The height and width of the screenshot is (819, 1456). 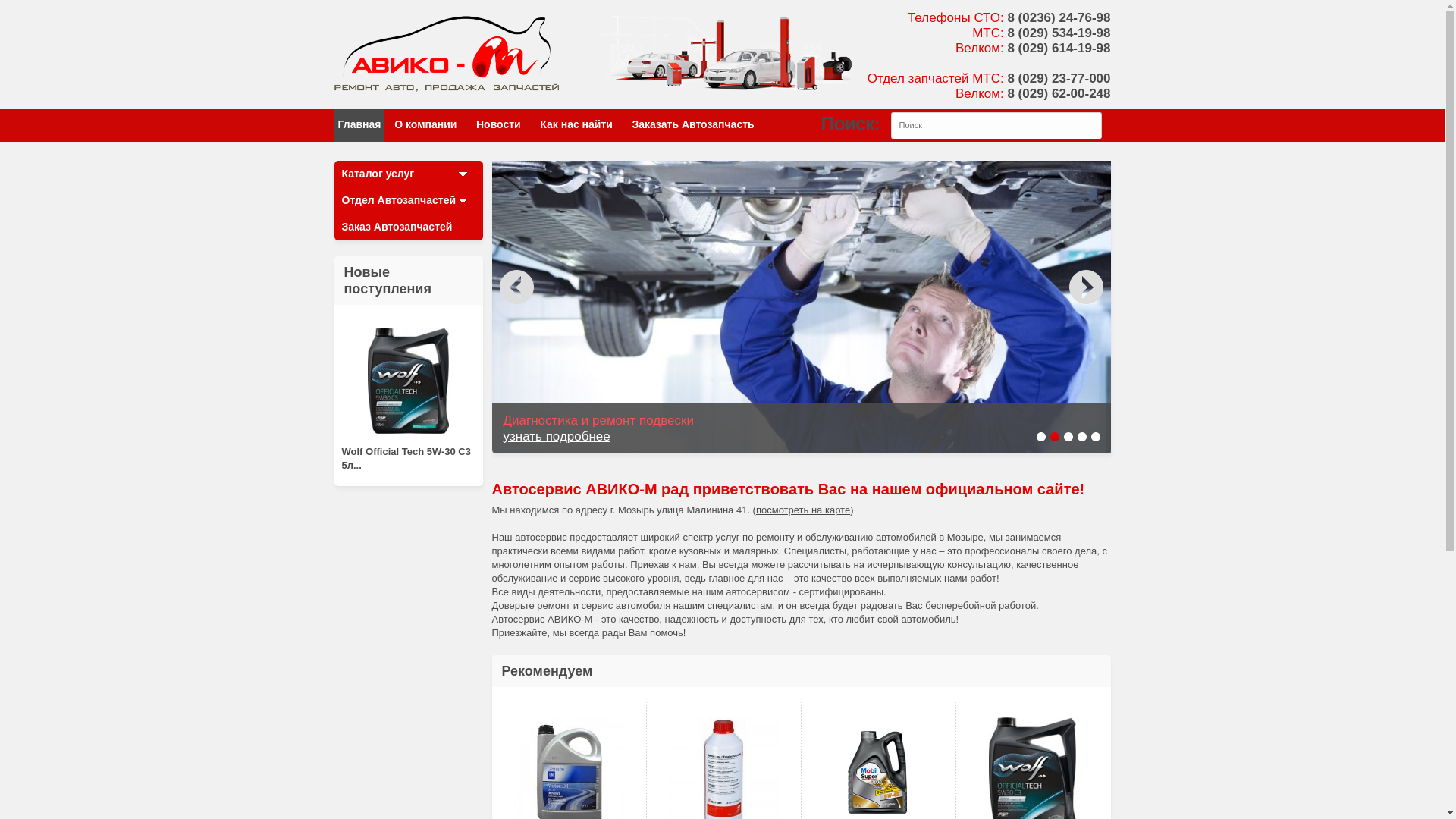 I want to click on 'false', so click(x=516, y=287).